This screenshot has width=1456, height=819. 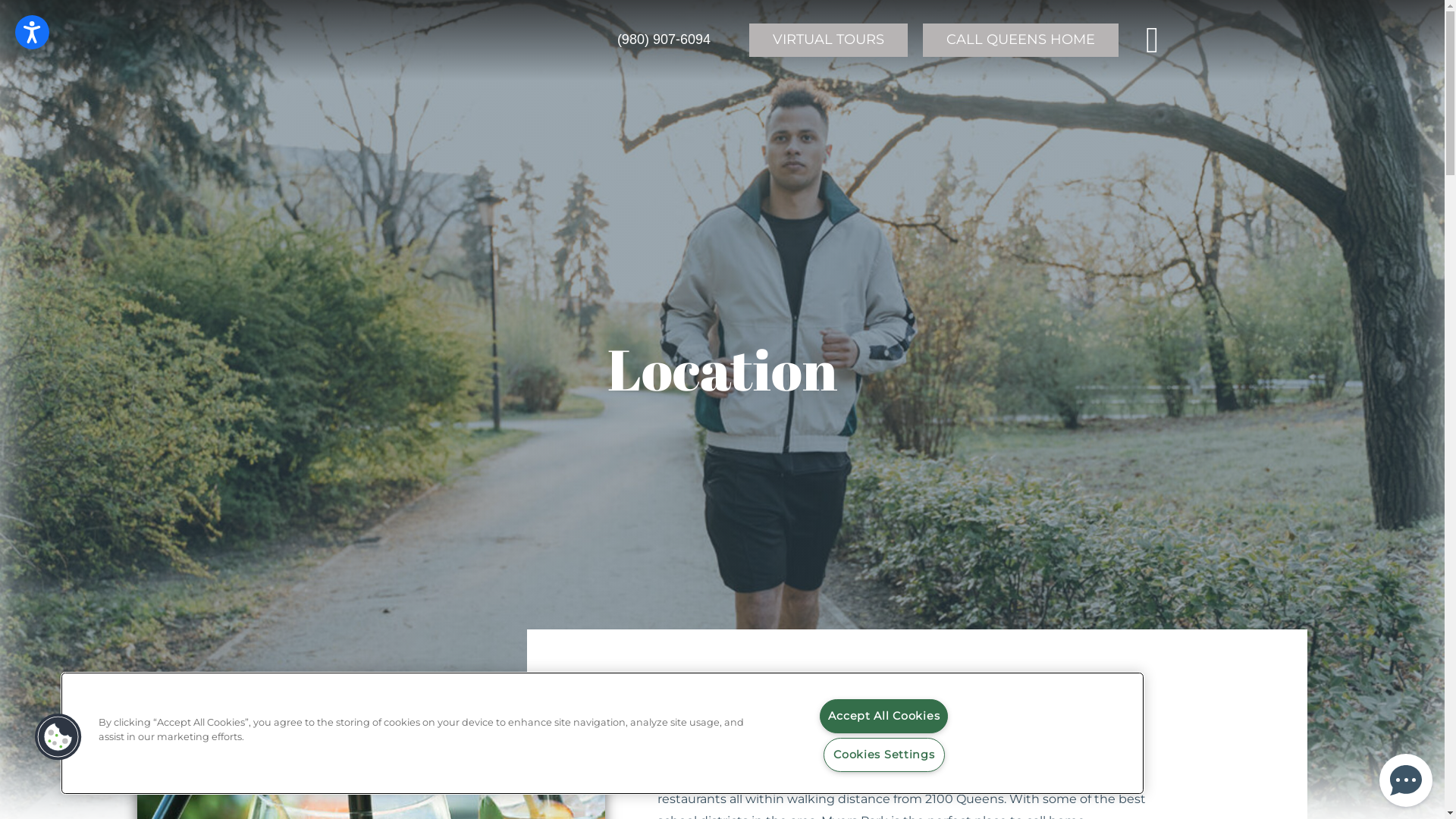 I want to click on 'Cookies Settings', so click(x=884, y=755).